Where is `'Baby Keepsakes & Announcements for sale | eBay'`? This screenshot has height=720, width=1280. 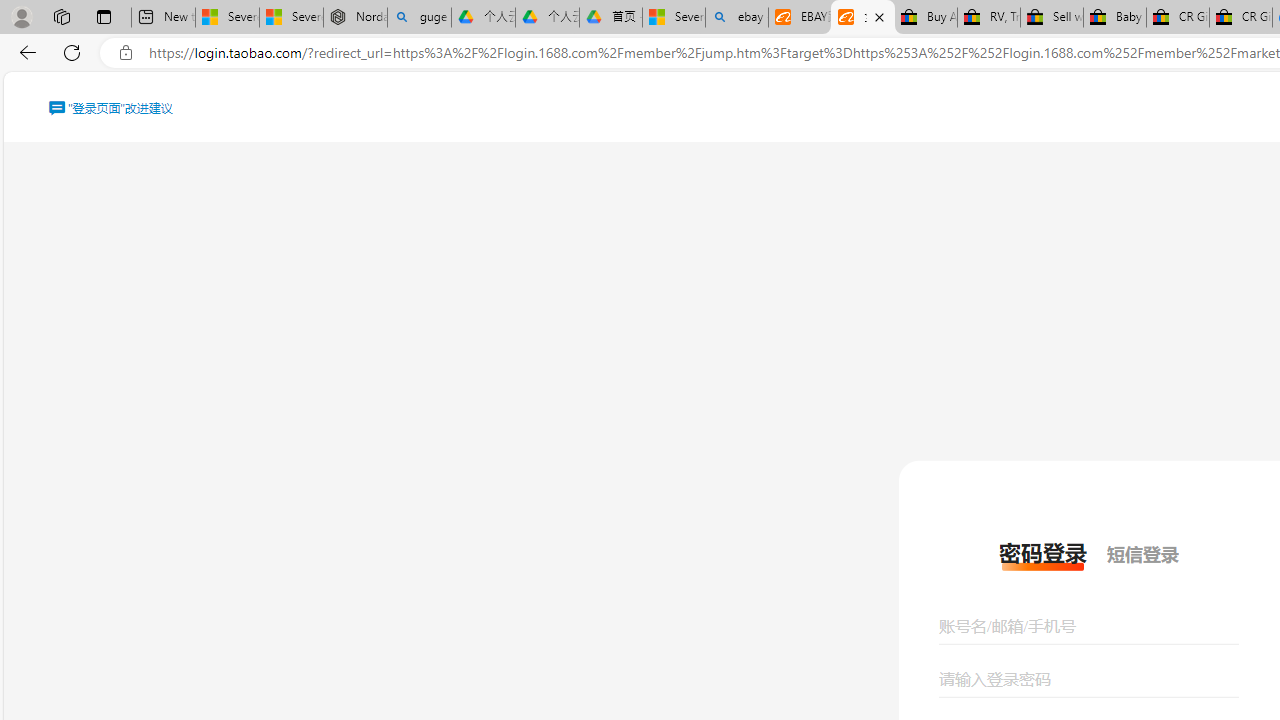 'Baby Keepsakes & Announcements for sale | eBay' is located at coordinates (1113, 17).